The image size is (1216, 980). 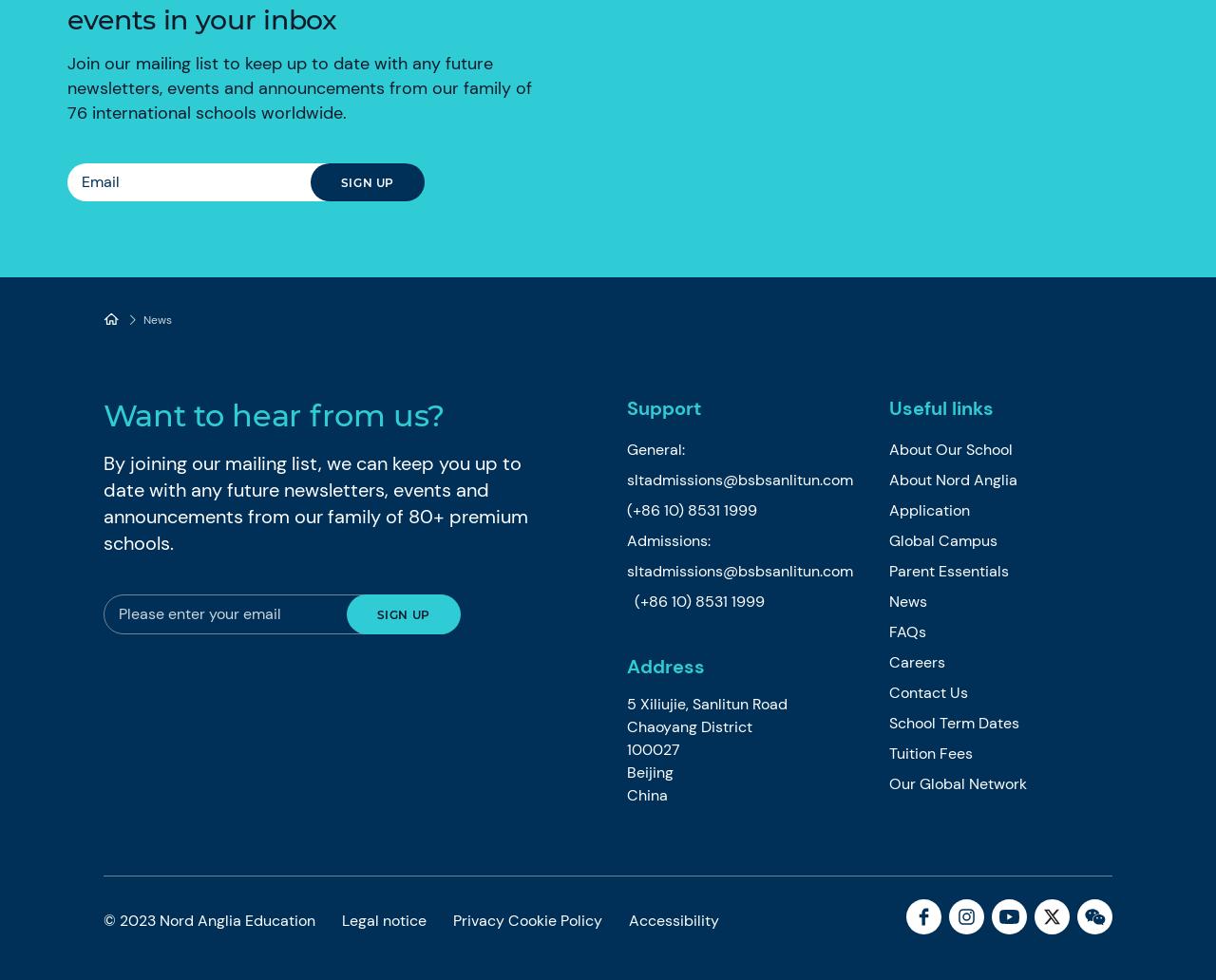 What do you see at coordinates (887, 407) in the screenshot?
I see `'Useful links'` at bounding box center [887, 407].